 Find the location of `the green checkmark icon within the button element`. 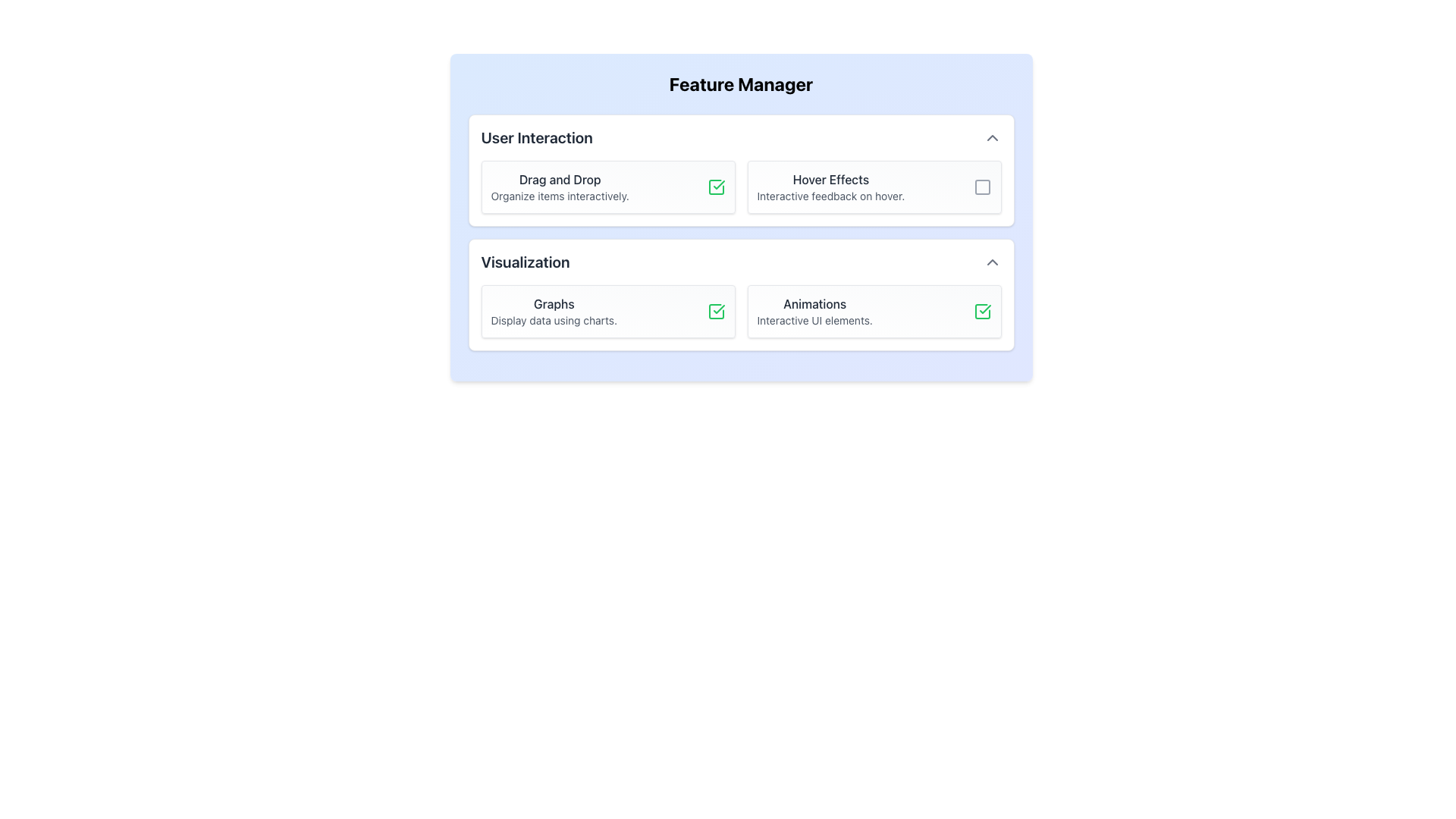

the green checkmark icon within the button element is located at coordinates (715, 311).